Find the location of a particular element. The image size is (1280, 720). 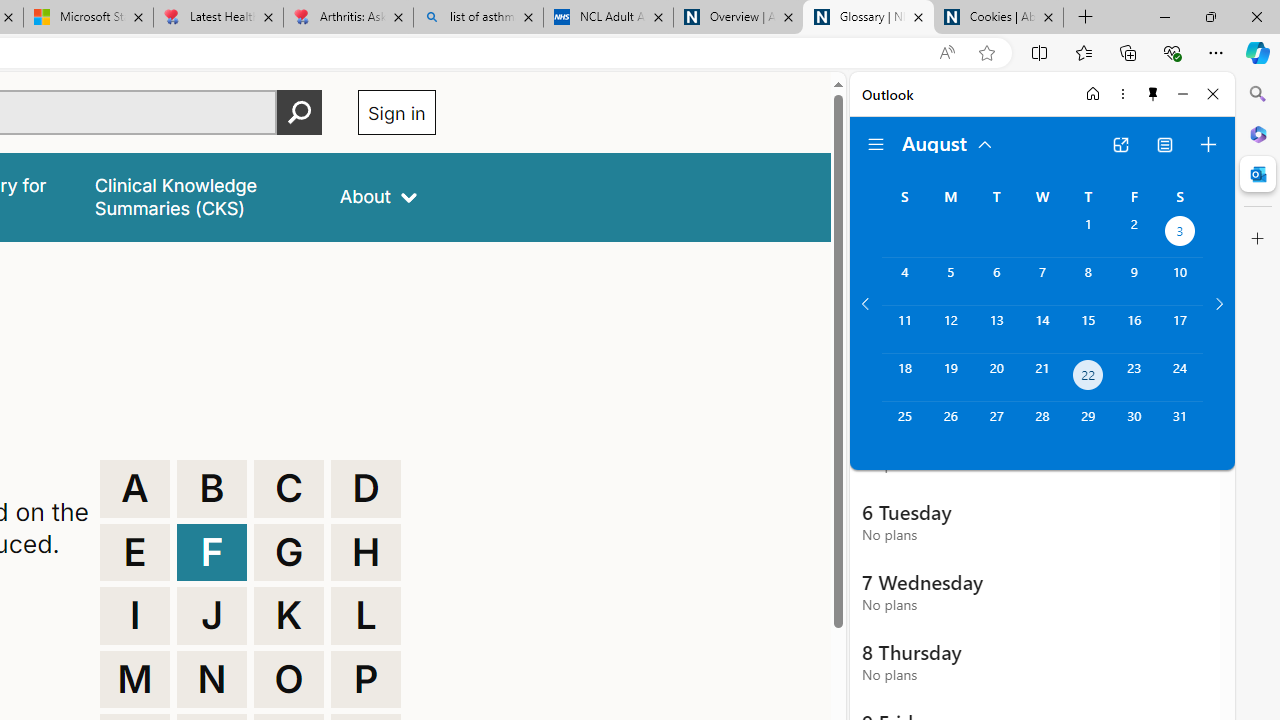

'Tuesday, August 13, 2024. ' is located at coordinates (996, 328).